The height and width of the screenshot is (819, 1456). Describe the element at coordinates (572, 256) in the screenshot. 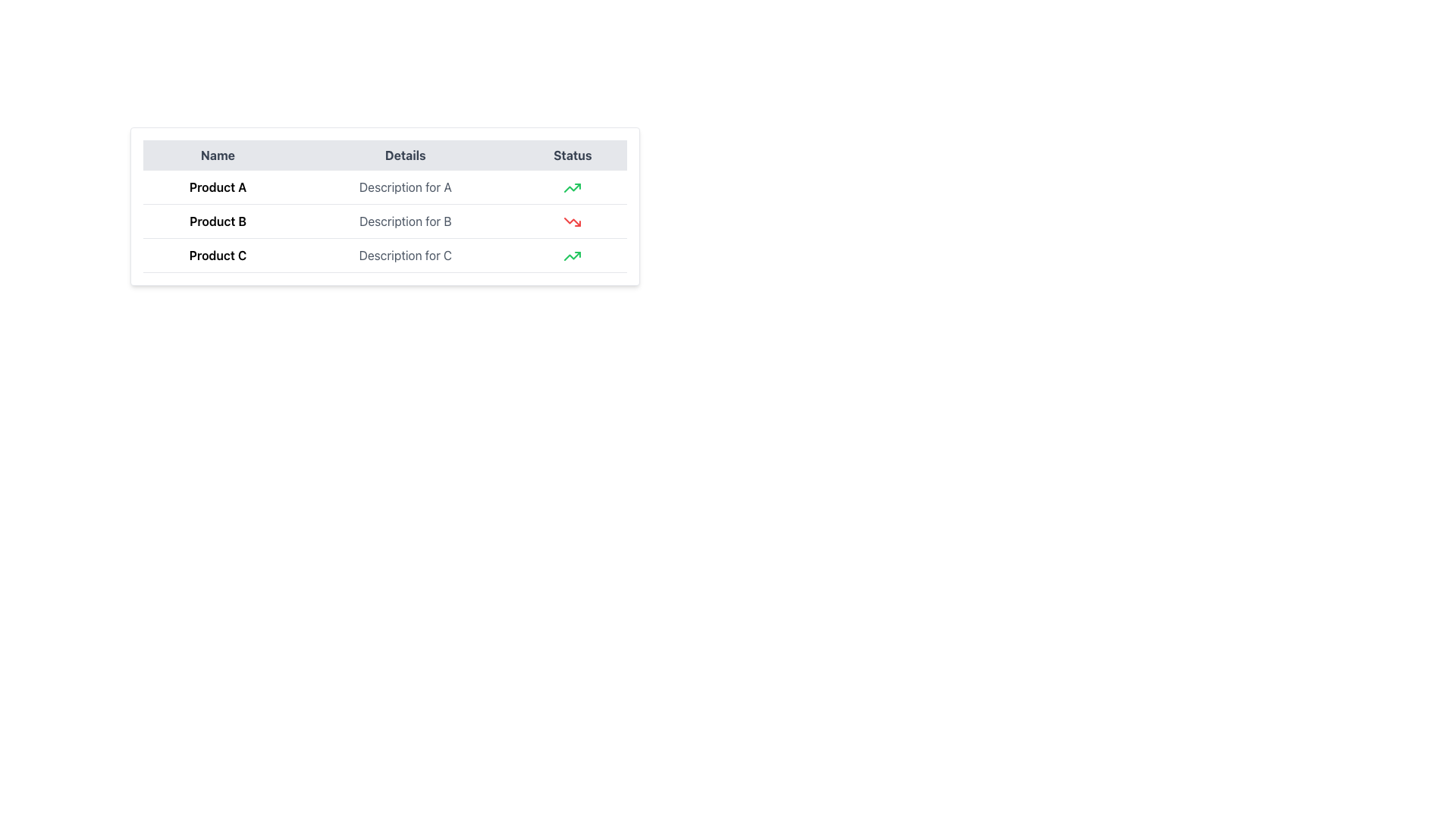

I see `the upward trend icon located in the third row of the table under the 'Status' column` at that location.